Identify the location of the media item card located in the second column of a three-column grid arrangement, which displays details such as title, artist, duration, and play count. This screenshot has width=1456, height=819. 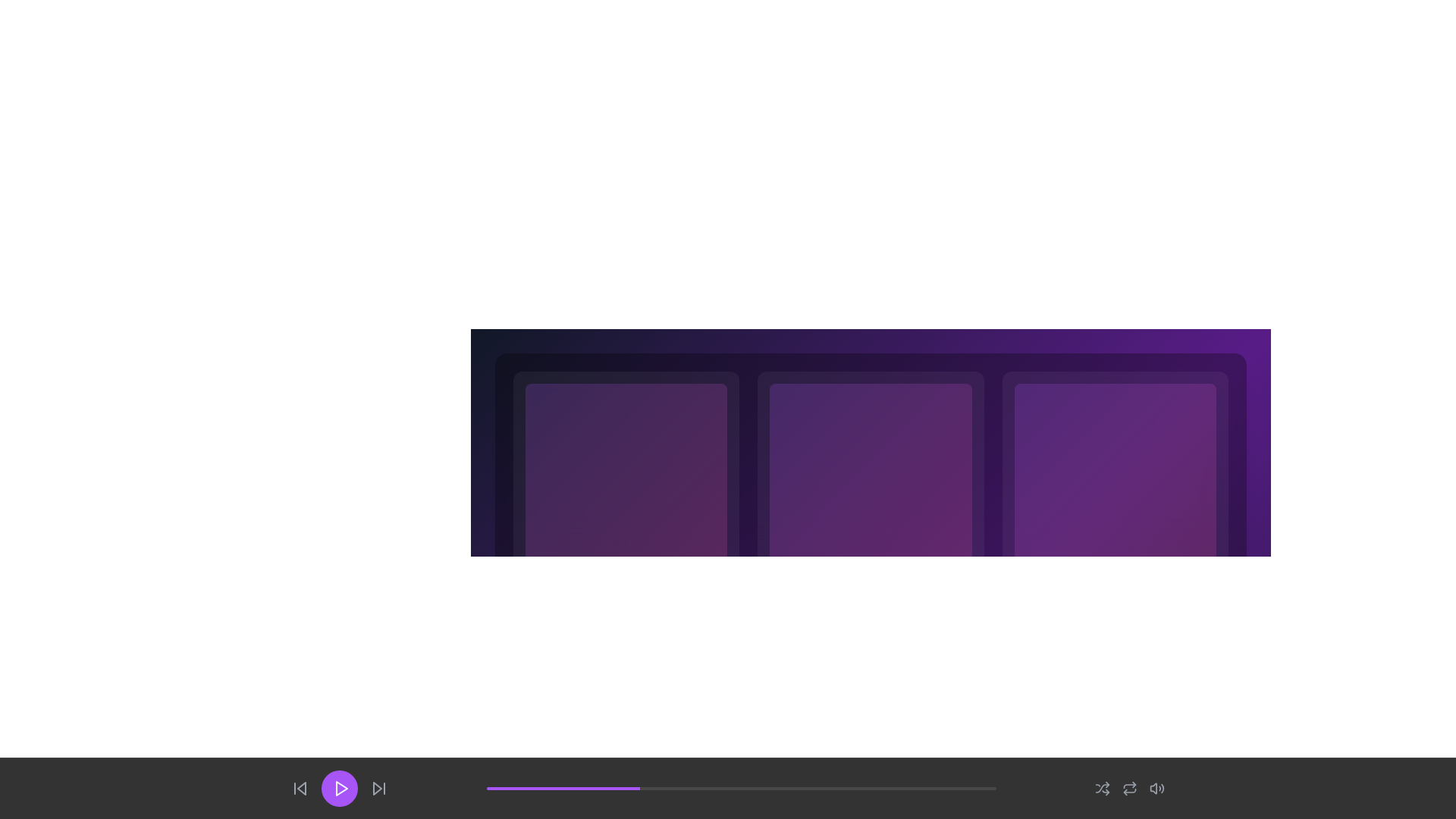
(871, 525).